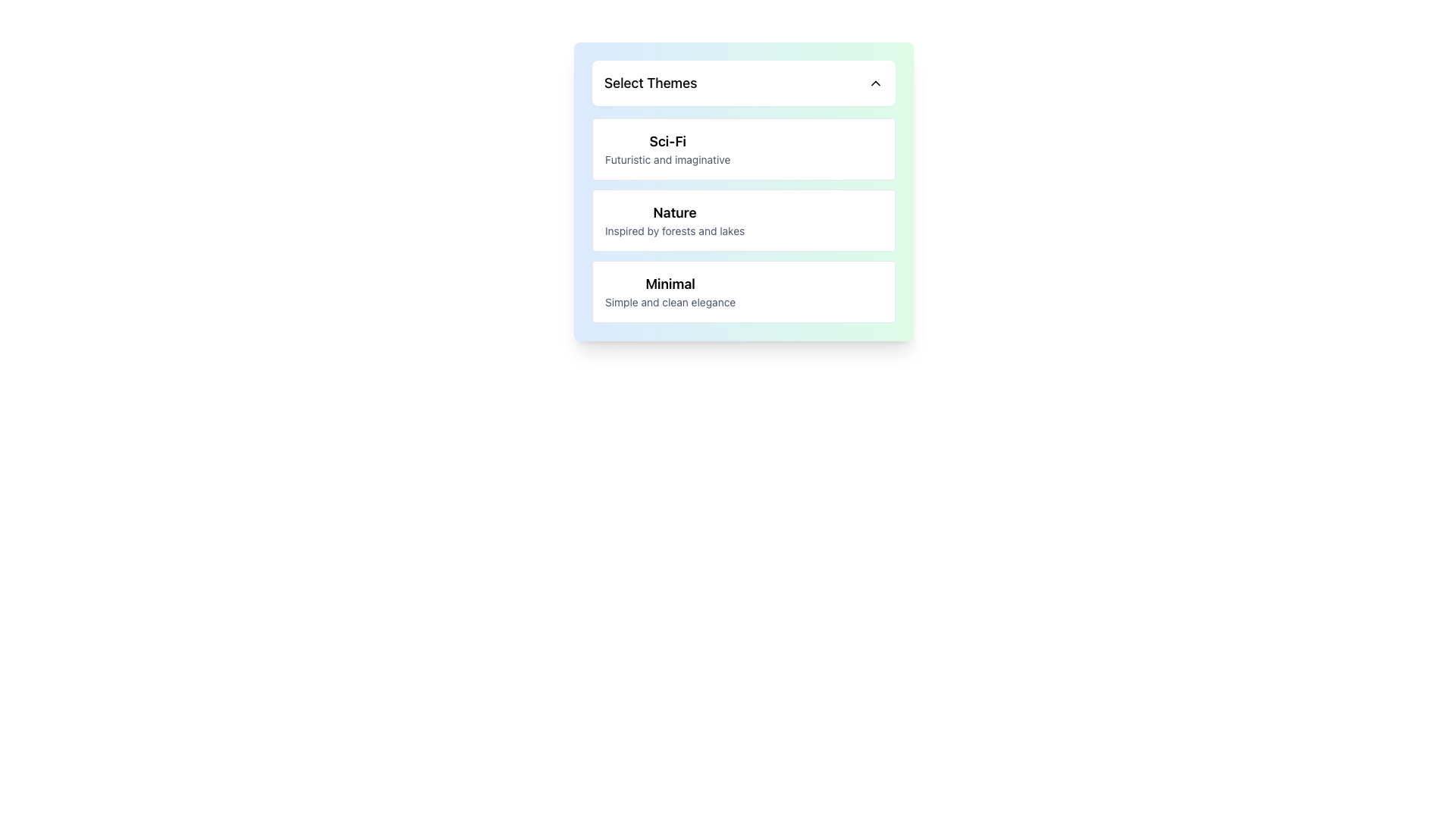 This screenshot has height=819, width=1456. I want to click on the descriptive subtitle text label that provides details about the 'Nature' theme, which is the second themed section in the vertical list, so click(674, 231).